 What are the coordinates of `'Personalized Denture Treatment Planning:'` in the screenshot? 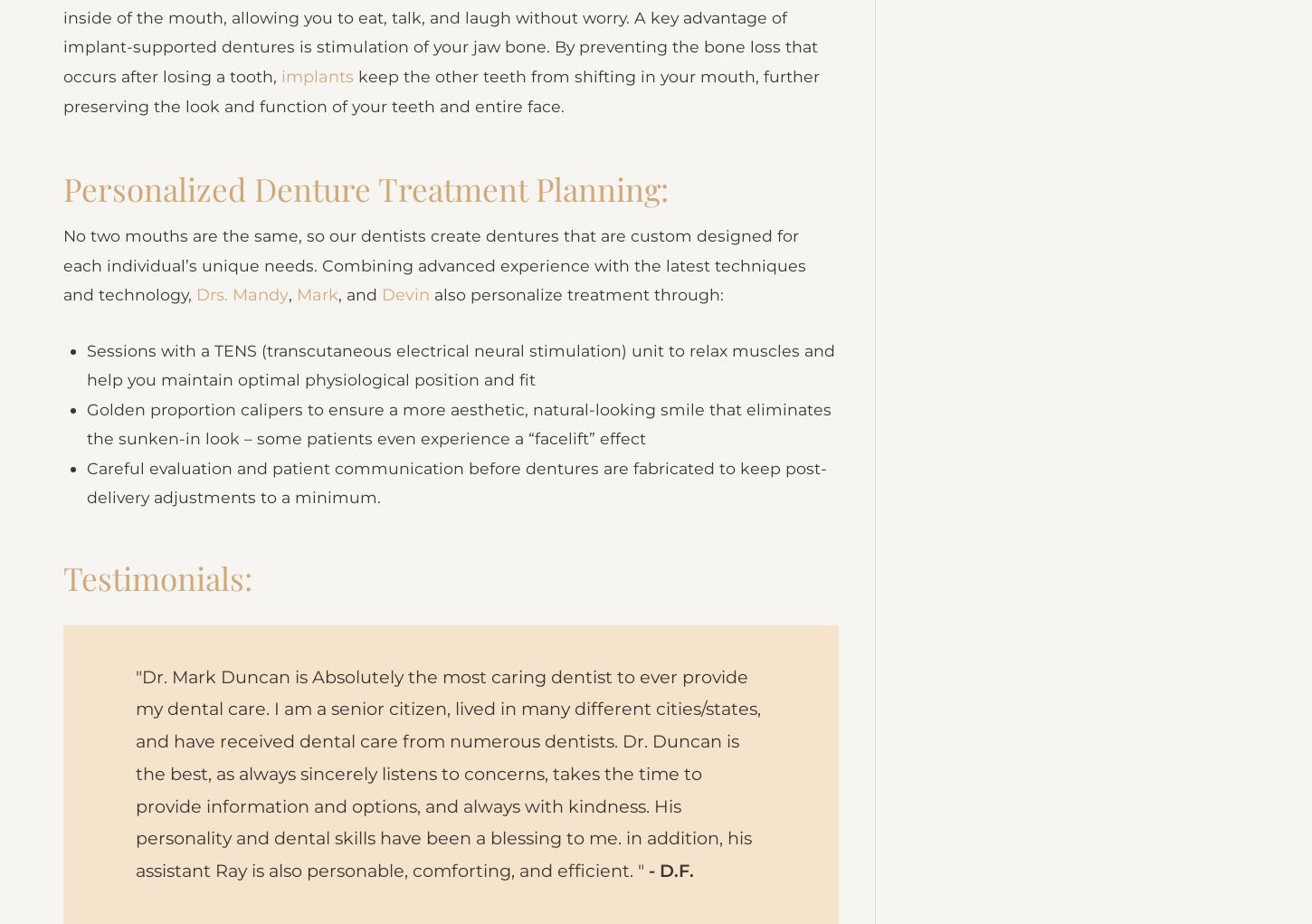 It's located at (63, 216).